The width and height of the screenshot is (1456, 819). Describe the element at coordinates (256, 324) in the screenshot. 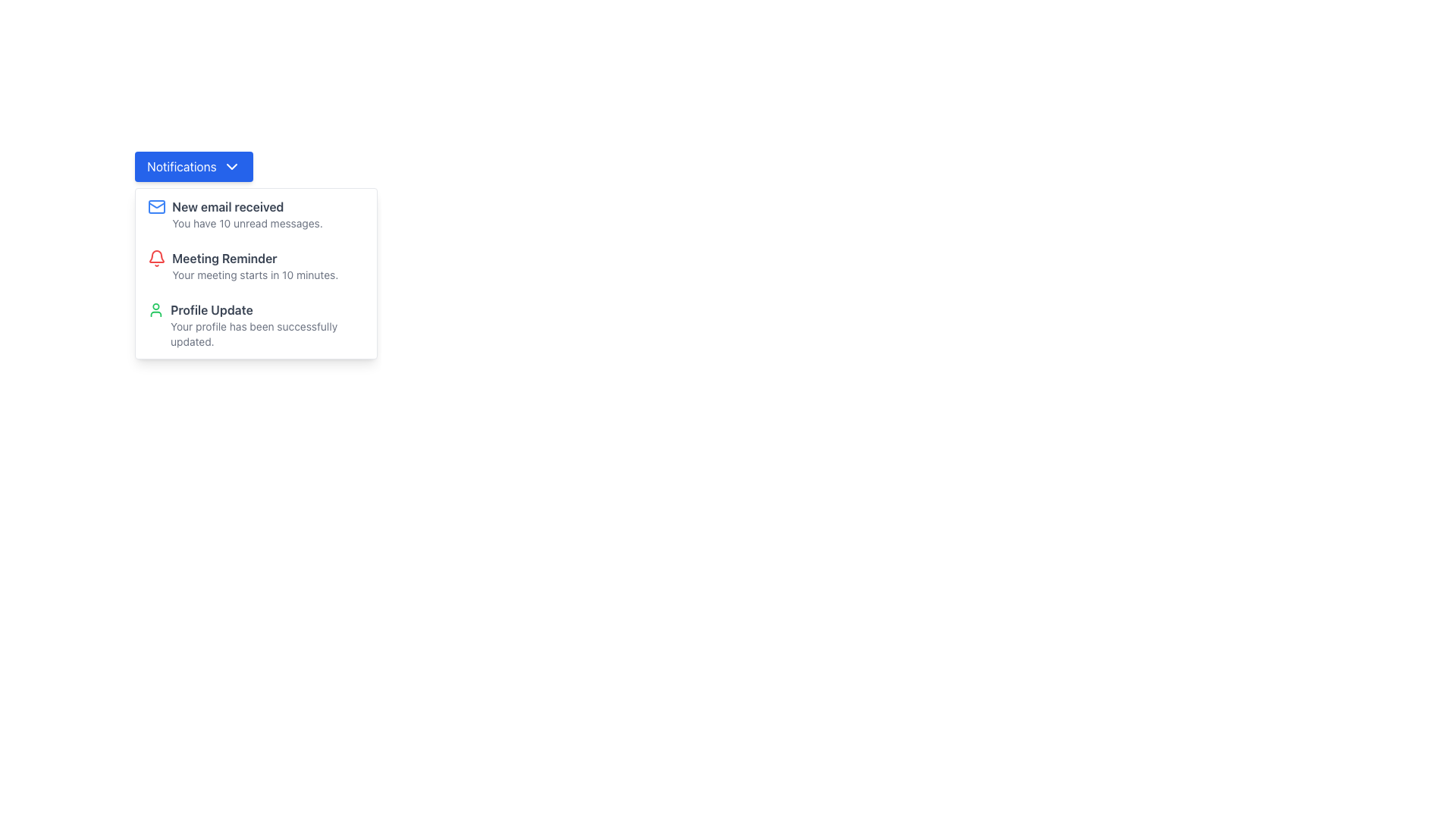

I see `the third notification entry in the dropdown, which contains a green user icon and the text 'Profile Update' followed by 'Your profile has been successfully updated.'` at that location.